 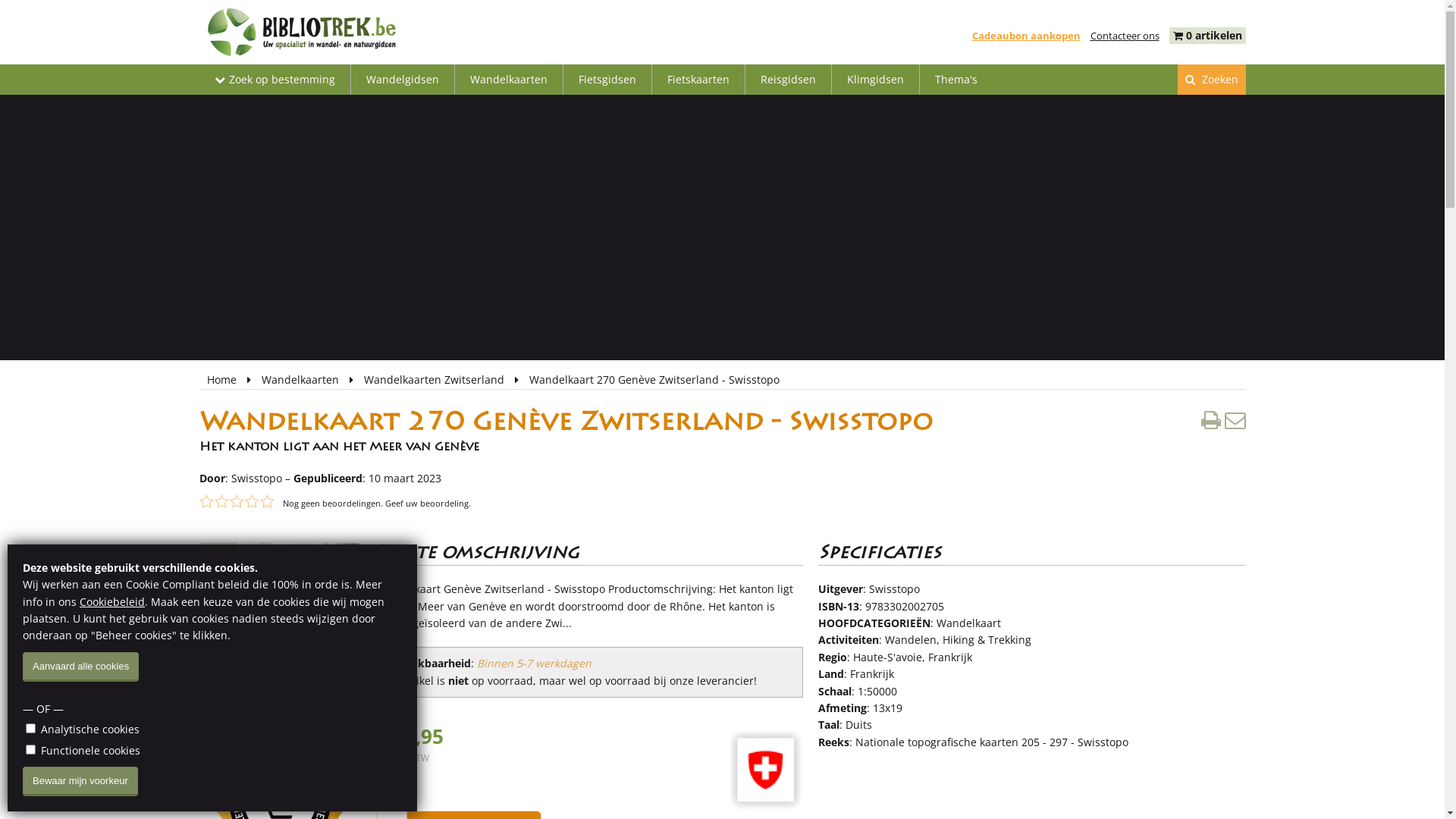 I want to click on 'Cadeaubon aankopen', so click(x=1026, y=35).